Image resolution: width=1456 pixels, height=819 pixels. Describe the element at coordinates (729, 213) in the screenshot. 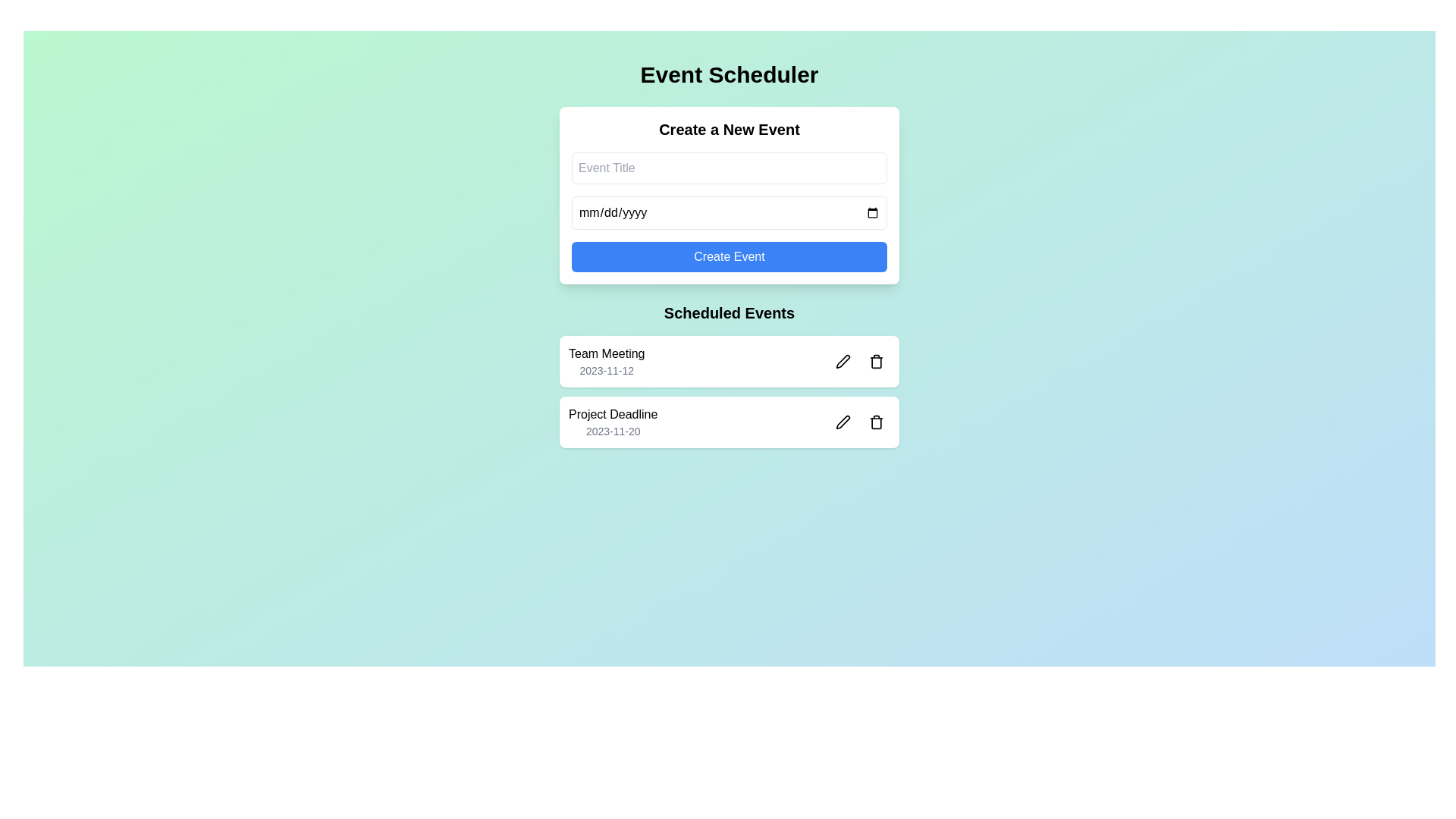

I see `the Date input field located within the 'Create a New Event' section to focus on it` at that location.